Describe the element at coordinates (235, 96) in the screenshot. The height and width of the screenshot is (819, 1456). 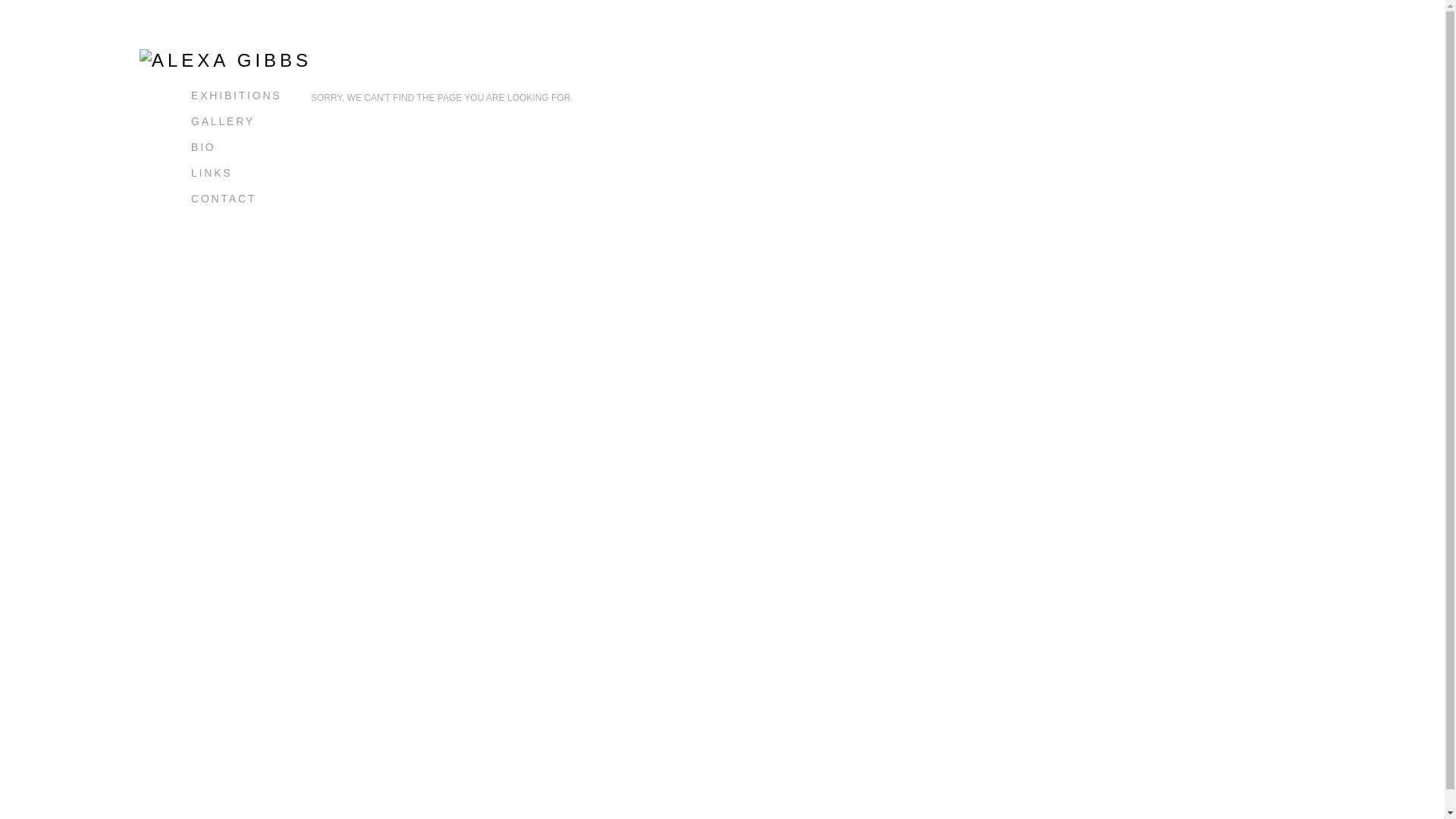
I see `'EXHIBITIONS'` at that location.